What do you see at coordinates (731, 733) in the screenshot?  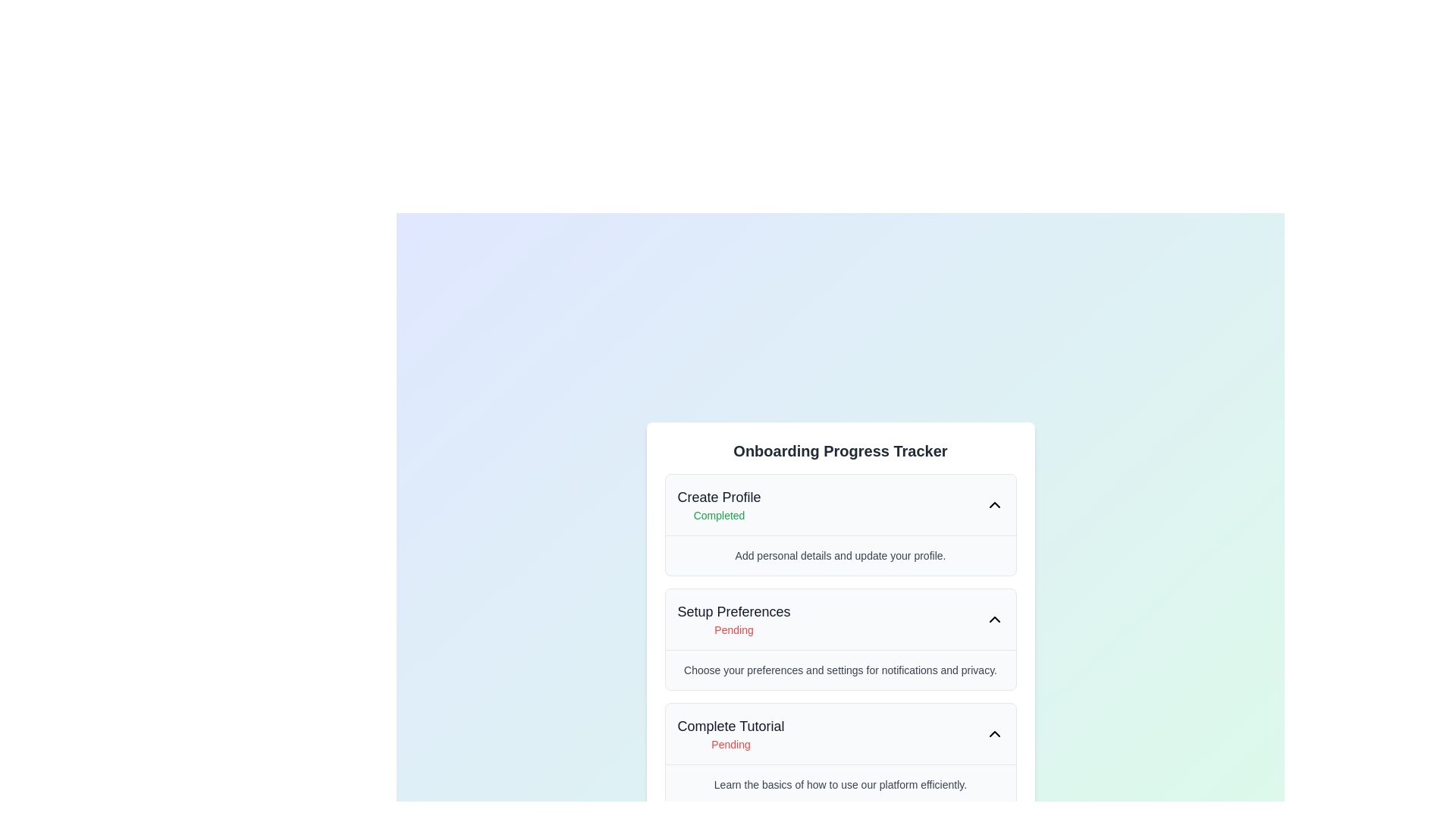 I see `the Informational indicator displaying the title 'Complete Tutorial' and status 'Pending' located at the bottom section of the 'Onboarding Progress Tracker' interface` at bounding box center [731, 733].